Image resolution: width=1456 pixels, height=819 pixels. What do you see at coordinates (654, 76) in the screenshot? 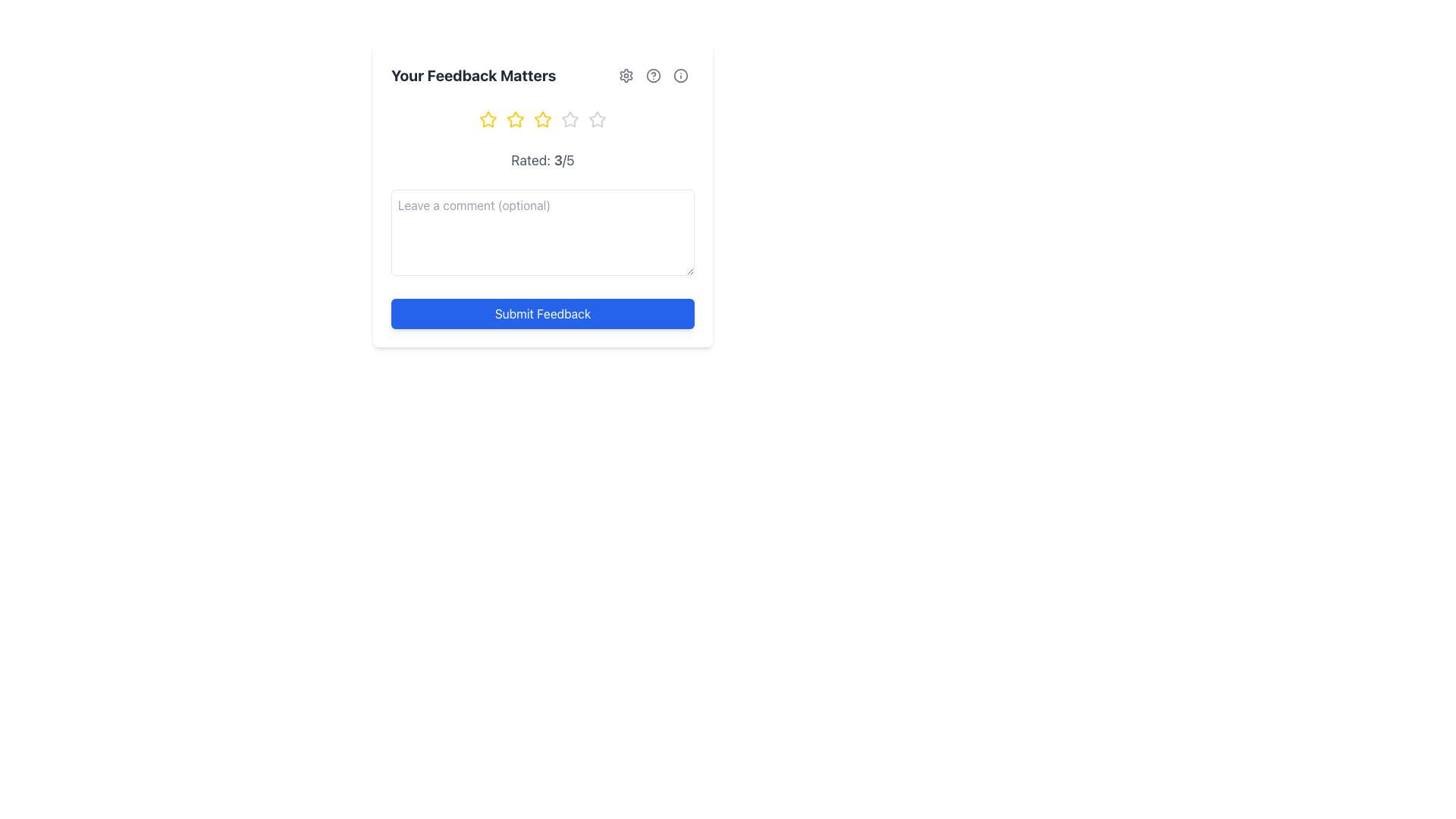
I see `the help icon button located in the top-right corner of the feedback interface` at bounding box center [654, 76].